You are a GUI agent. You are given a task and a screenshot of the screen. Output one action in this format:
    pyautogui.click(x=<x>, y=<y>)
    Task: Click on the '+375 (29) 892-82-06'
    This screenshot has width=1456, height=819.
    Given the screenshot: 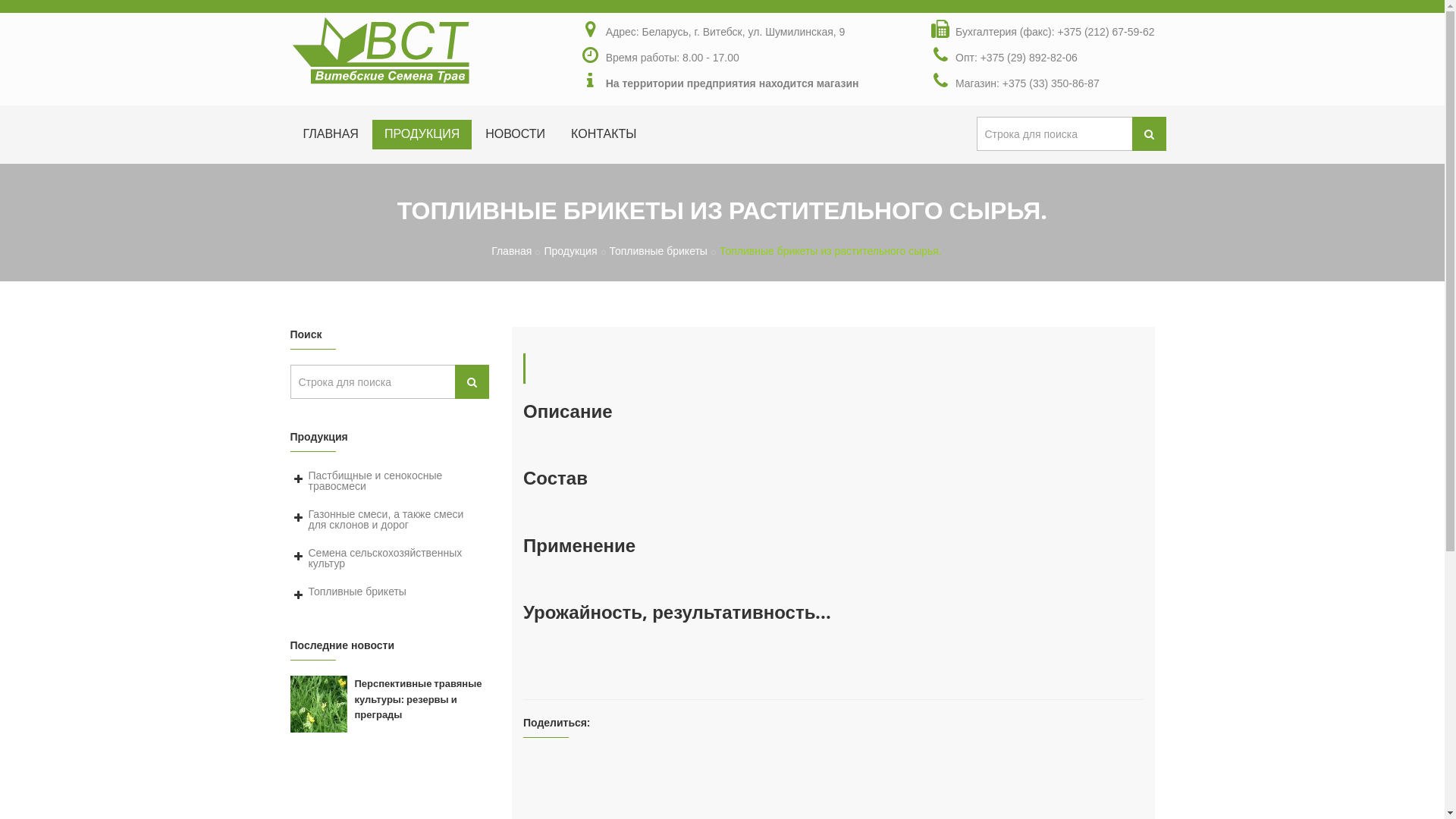 What is the action you would take?
    pyautogui.click(x=980, y=57)
    